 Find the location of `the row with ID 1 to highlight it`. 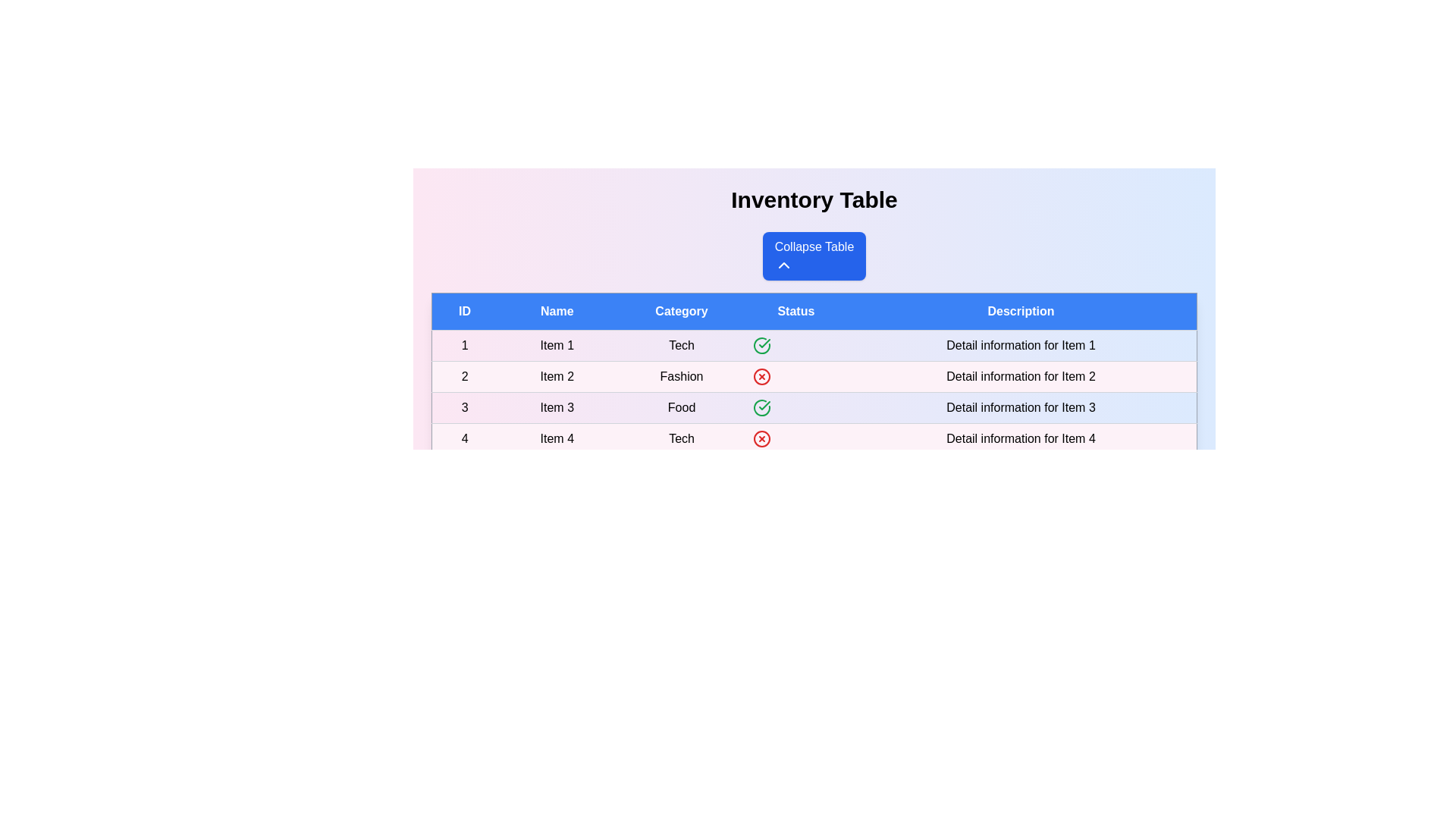

the row with ID 1 to highlight it is located at coordinates (814, 345).